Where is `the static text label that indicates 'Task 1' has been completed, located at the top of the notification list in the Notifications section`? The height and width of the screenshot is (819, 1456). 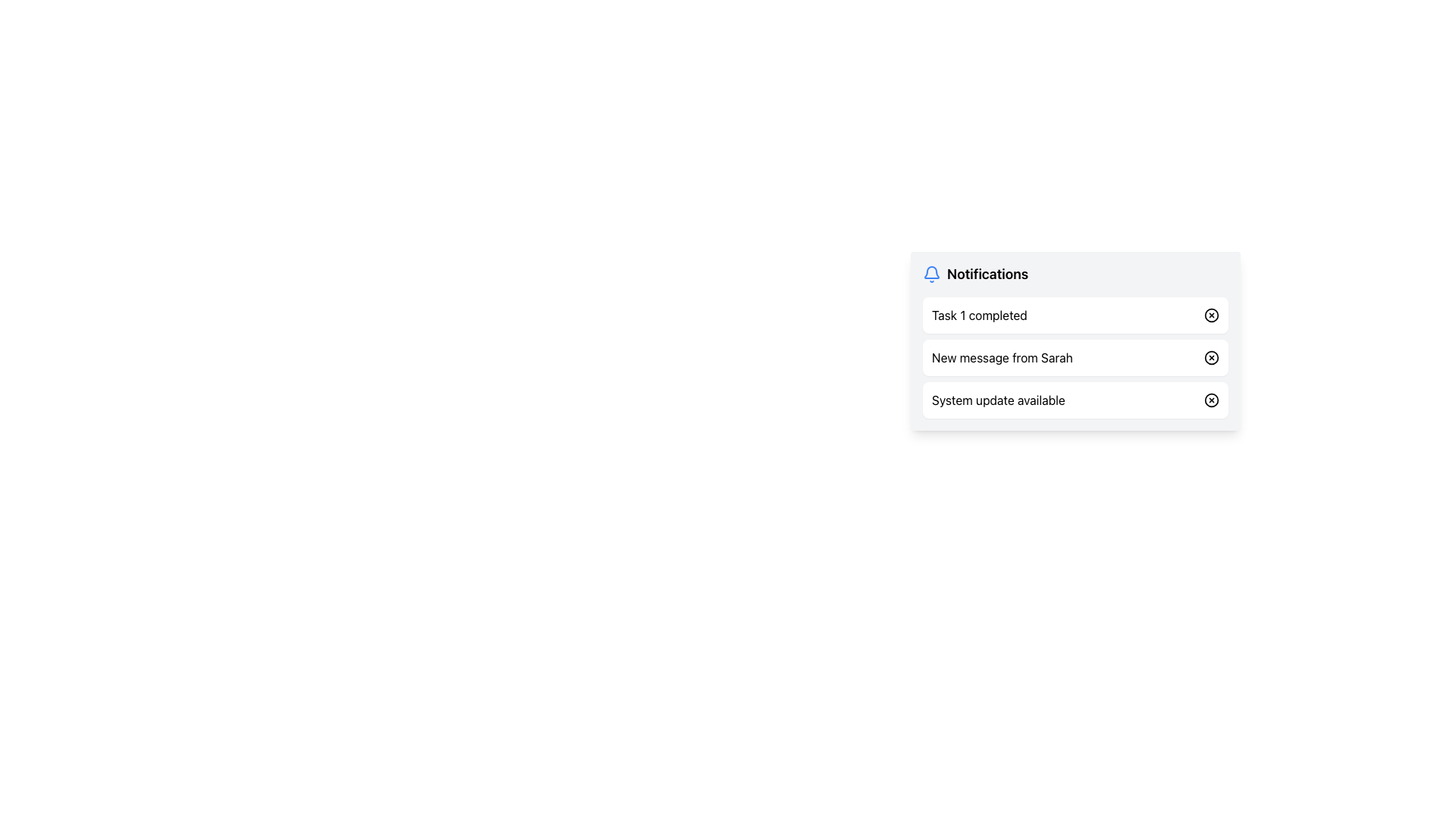 the static text label that indicates 'Task 1' has been completed, located at the top of the notification list in the Notifications section is located at coordinates (979, 315).